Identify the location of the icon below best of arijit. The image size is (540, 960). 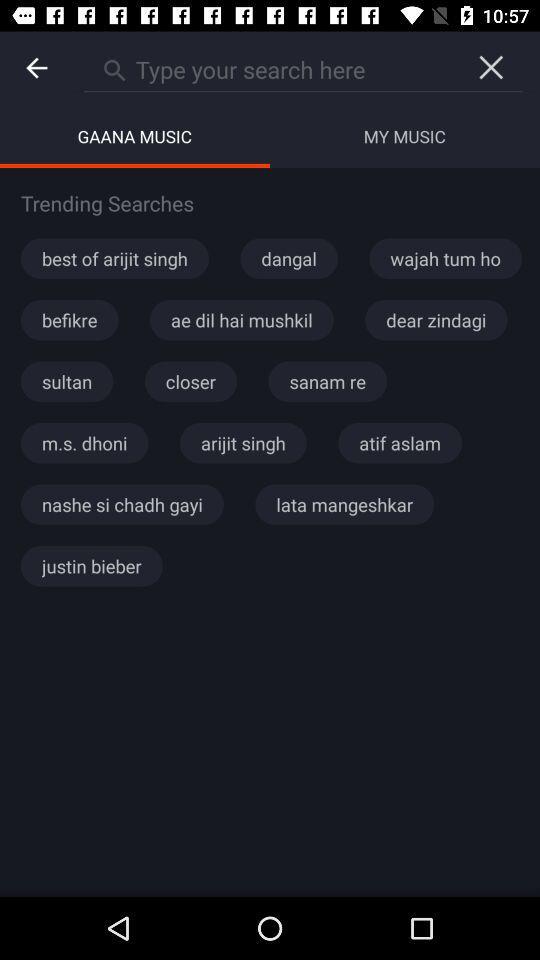
(241, 320).